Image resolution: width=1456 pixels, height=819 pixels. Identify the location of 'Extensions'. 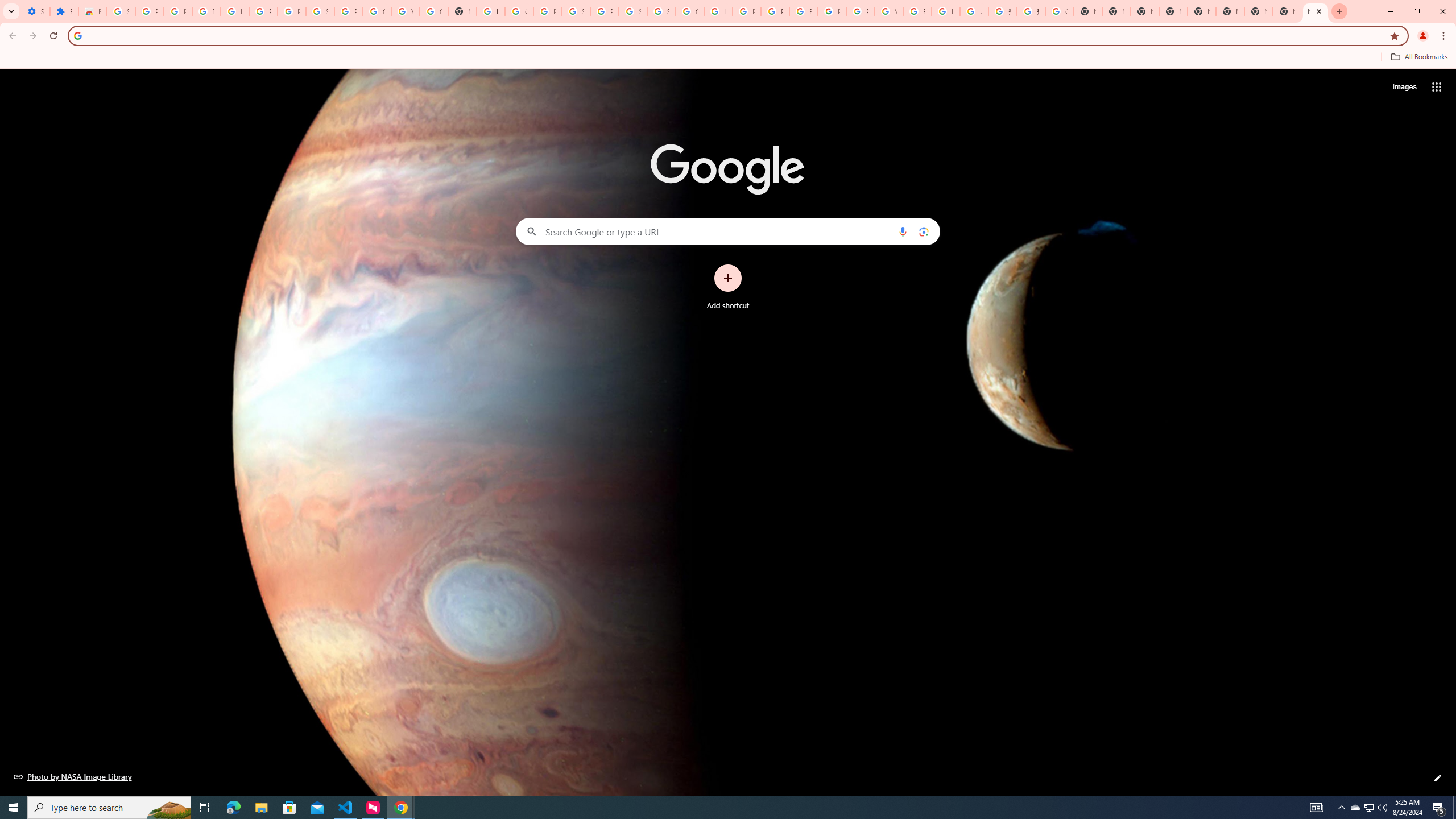
(63, 11).